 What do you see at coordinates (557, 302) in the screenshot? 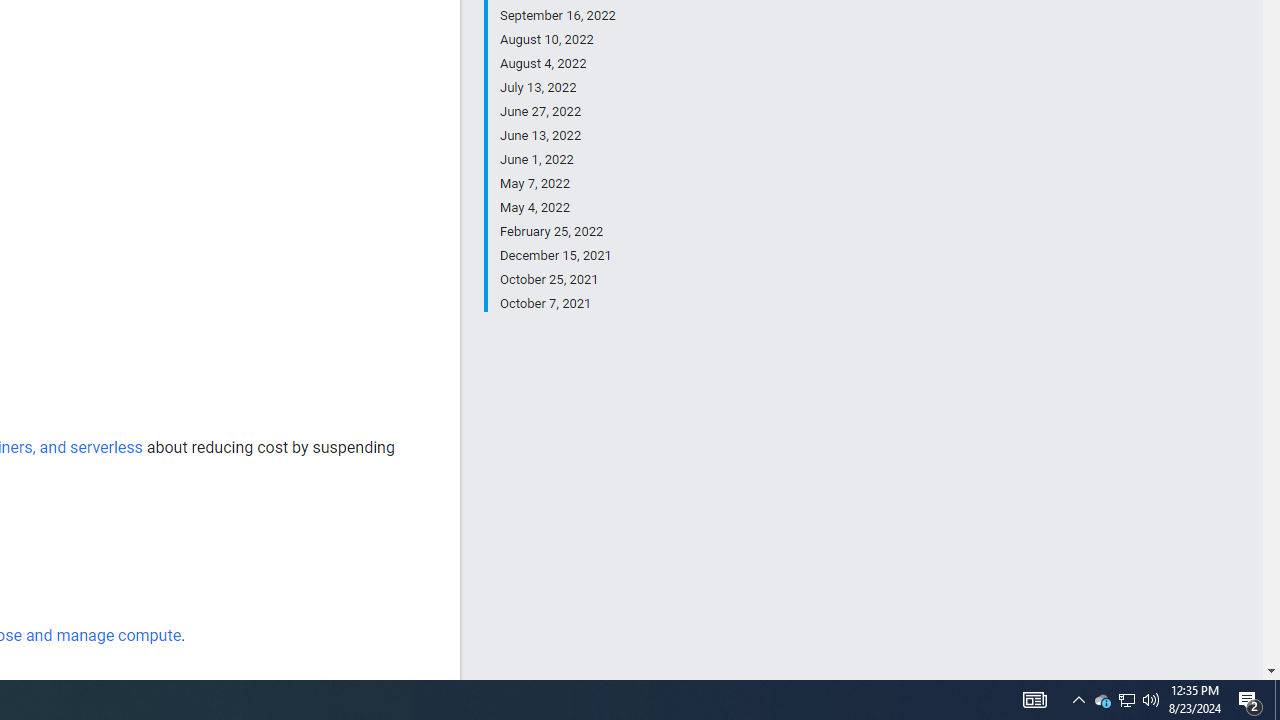
I see `'October 7, 2021'` at bounding box center [557, 302].